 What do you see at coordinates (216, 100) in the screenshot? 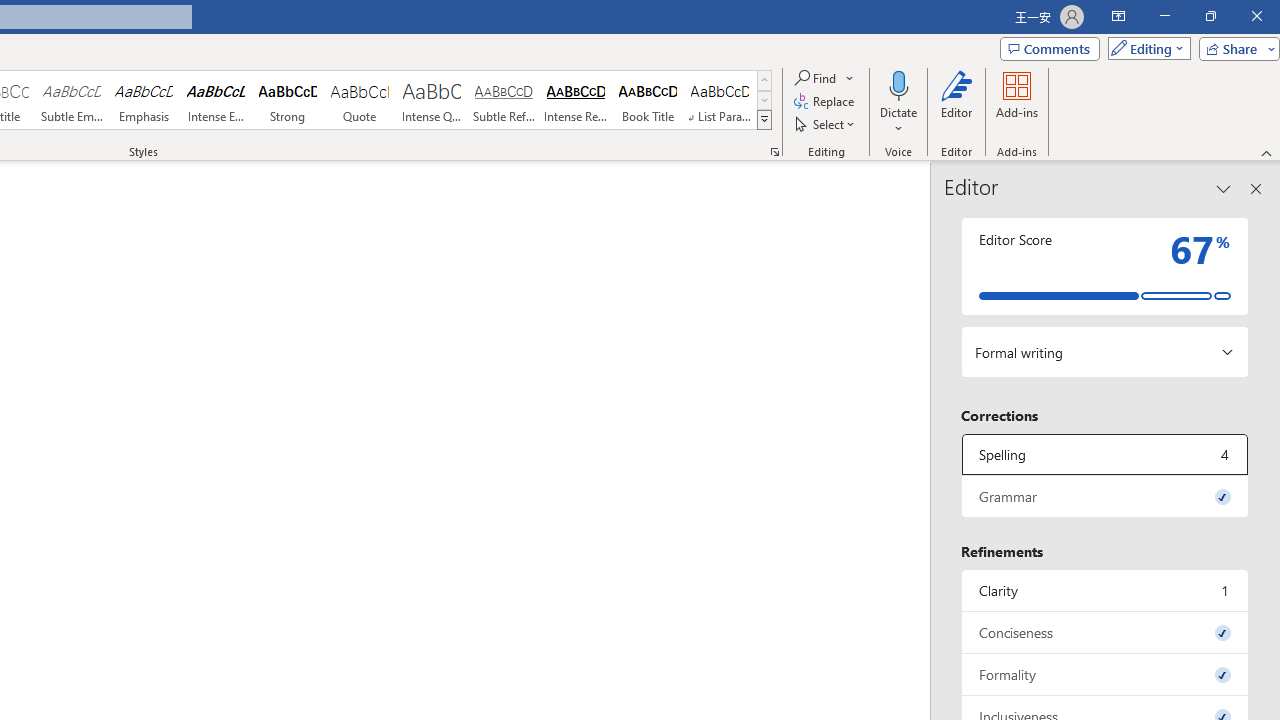
I see `'Intense Emphasis'` at bounding box center [216, 100].